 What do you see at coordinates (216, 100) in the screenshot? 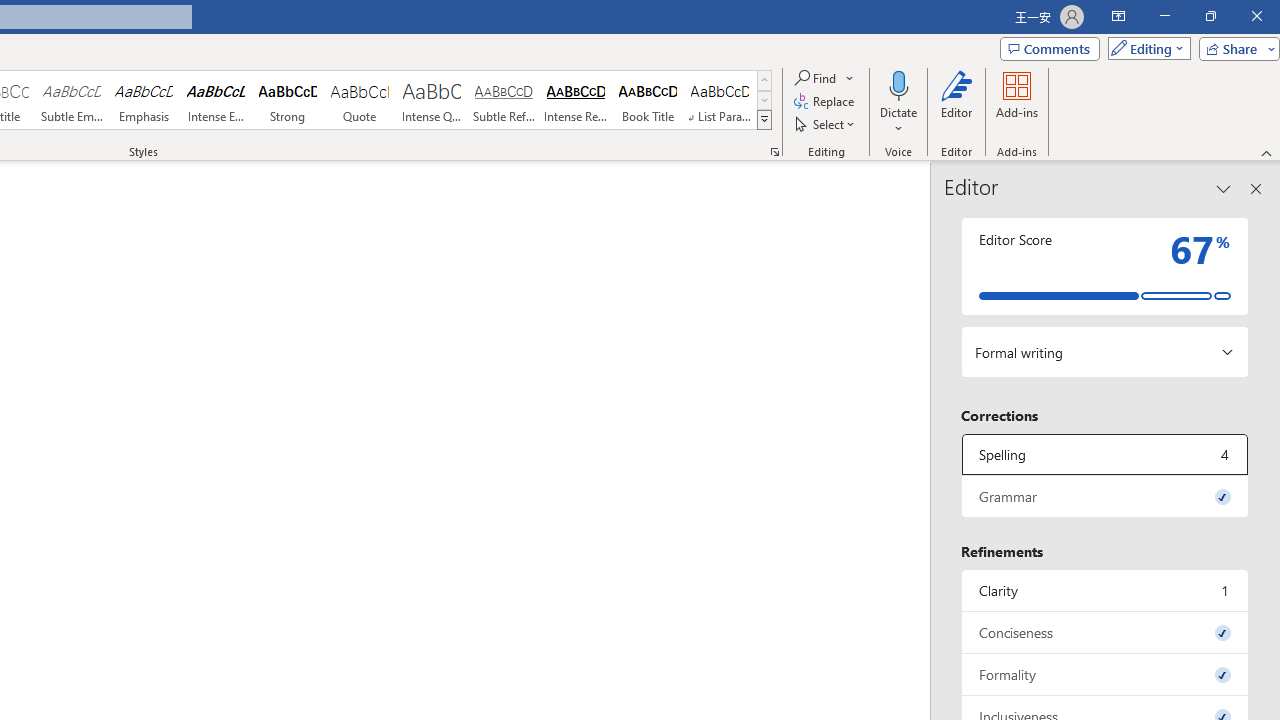
I see `'Intense Emphasis'` at bounding box center [216, 100].